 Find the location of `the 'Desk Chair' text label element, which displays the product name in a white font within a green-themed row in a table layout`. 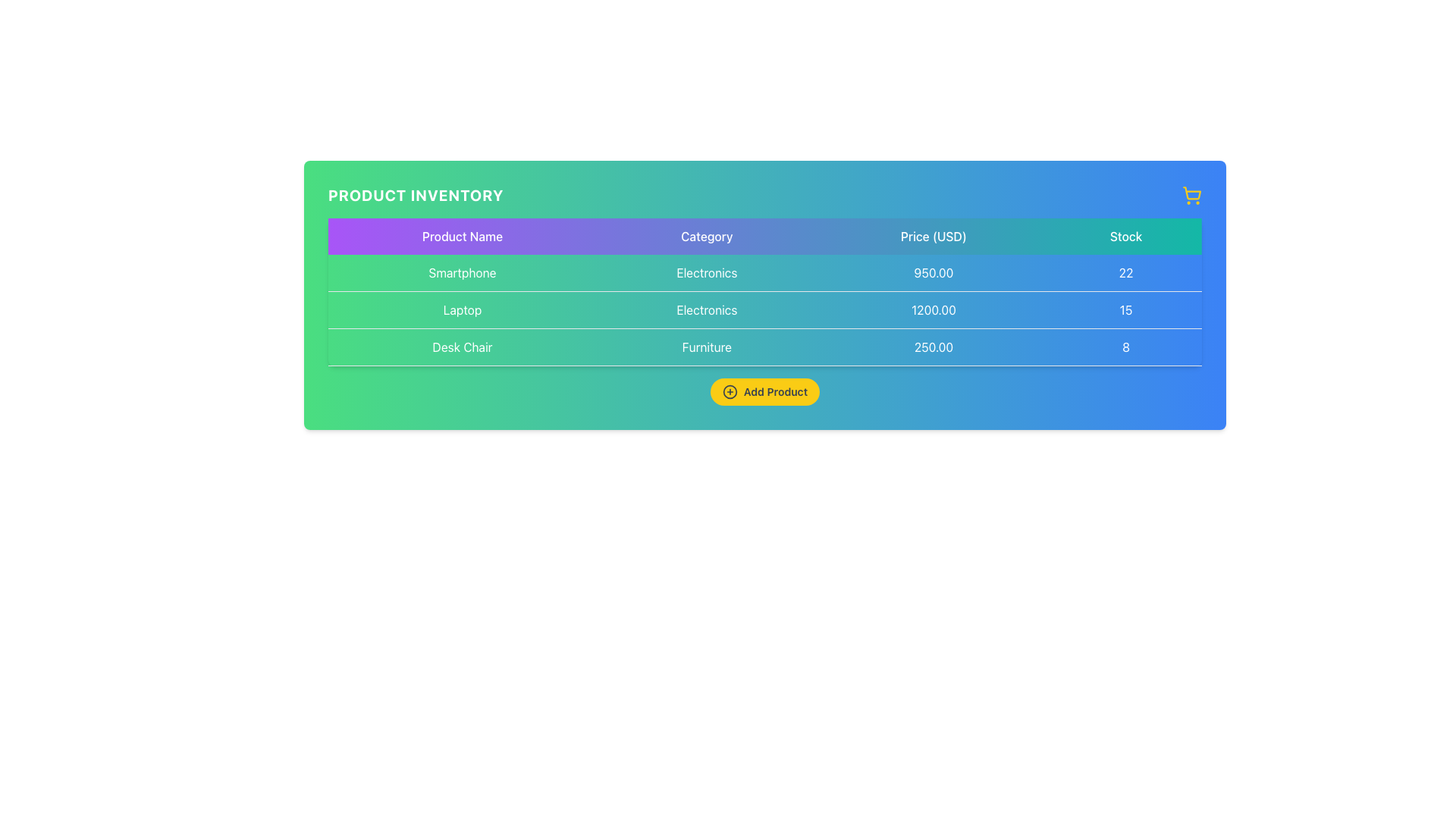

the 'Desk Chair' text label element, which displays the product name in a white font within a green-themed row in a table layout is located at coordinates (461, 347).